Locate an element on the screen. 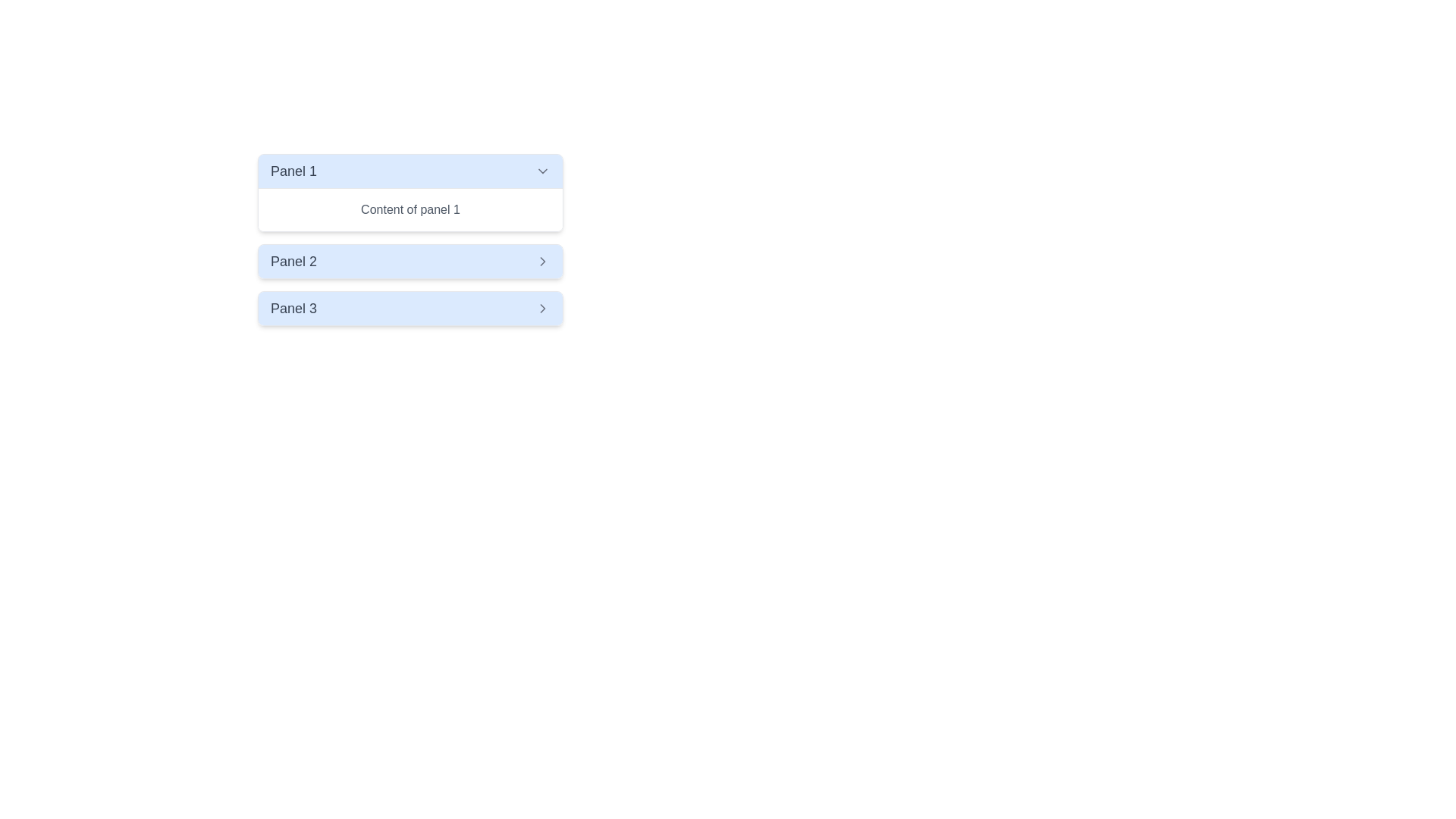 The width and height of the screenshot is (1456, 819). the right-facing chevron icon located at the far right side of the 'Panel 2' rectangular panel is located at coordinates (542, 260).